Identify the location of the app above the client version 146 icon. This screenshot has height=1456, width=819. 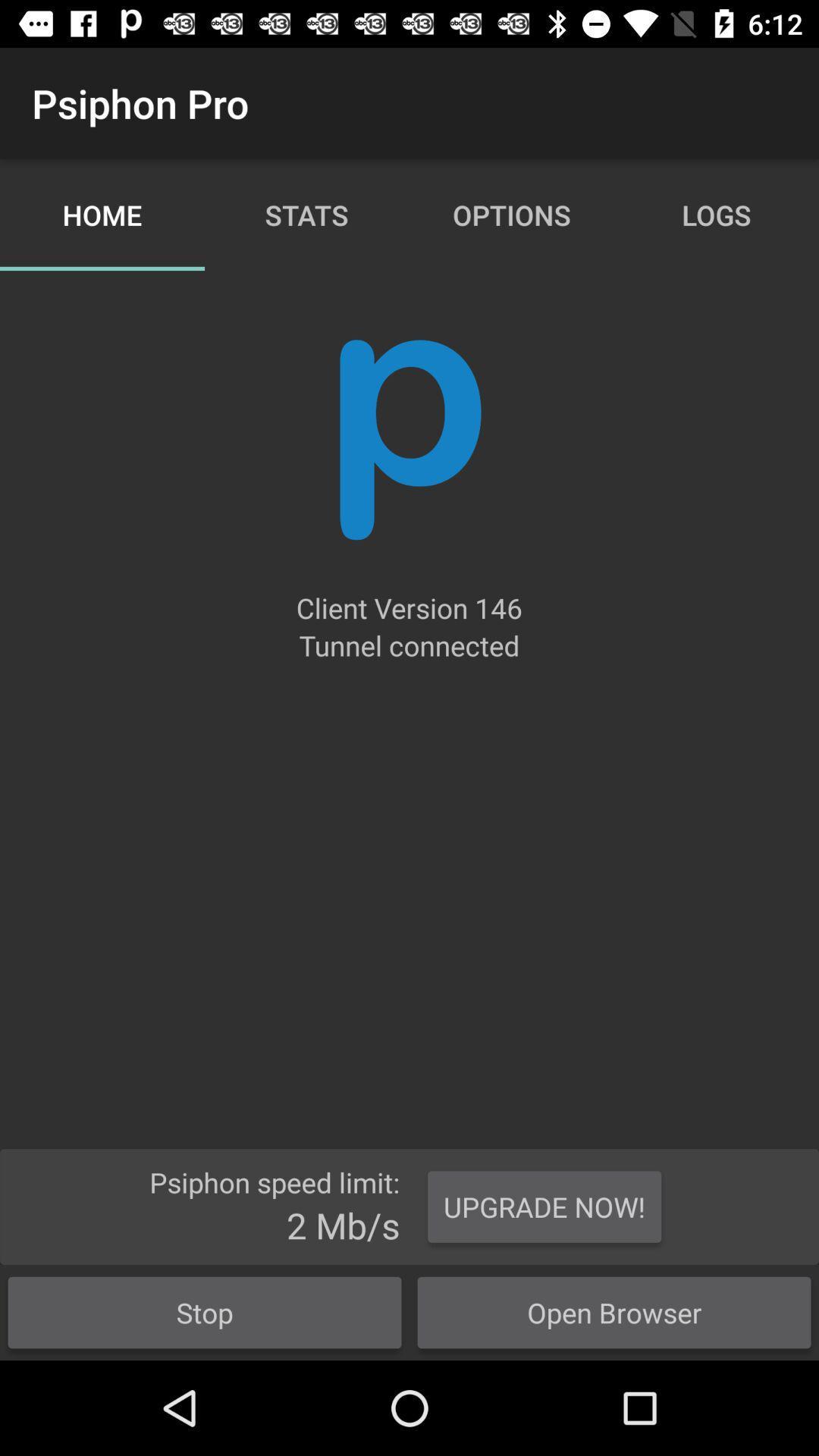
(409, 439).